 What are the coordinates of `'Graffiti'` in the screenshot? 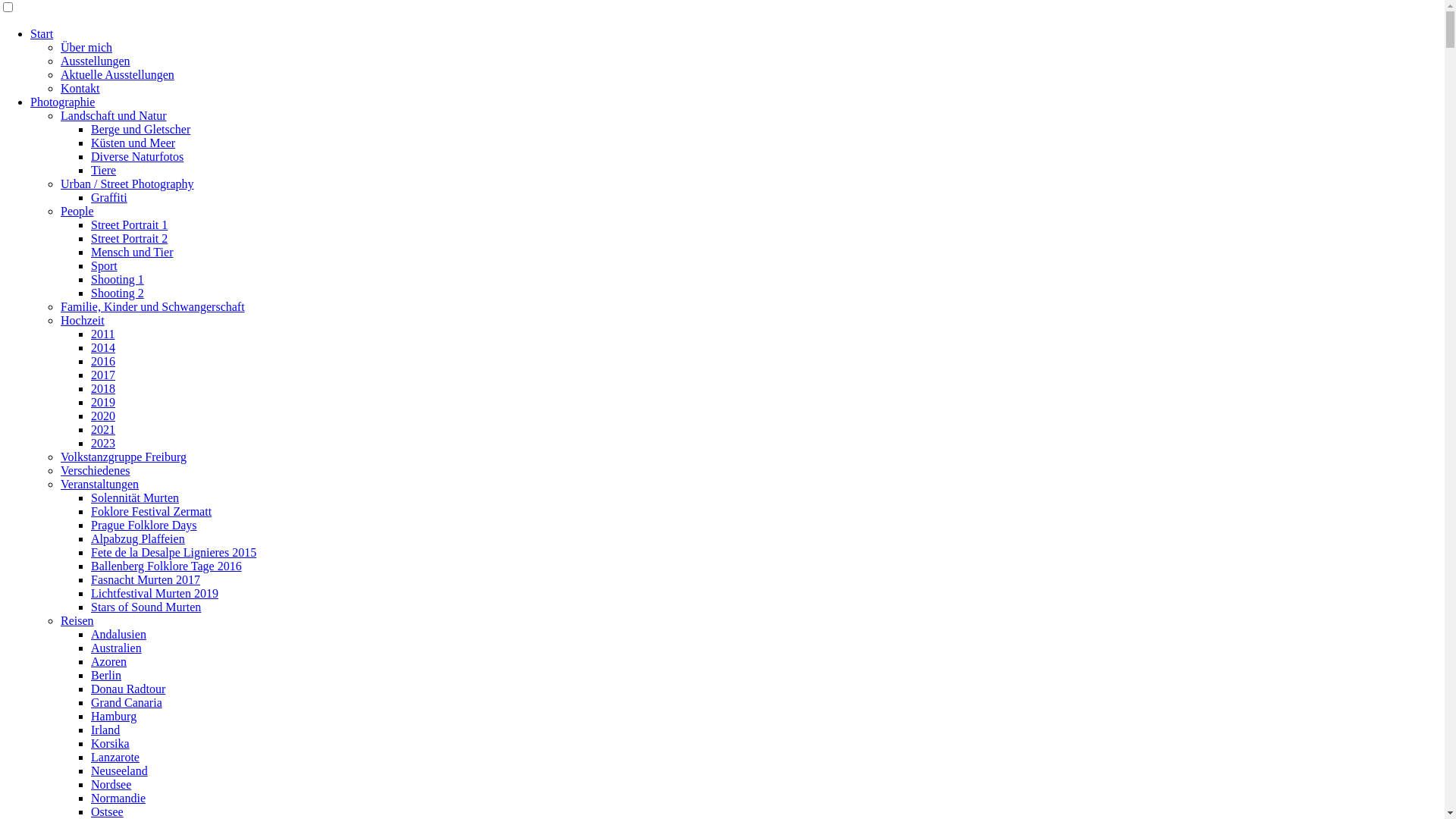 It's located at (108, 196).